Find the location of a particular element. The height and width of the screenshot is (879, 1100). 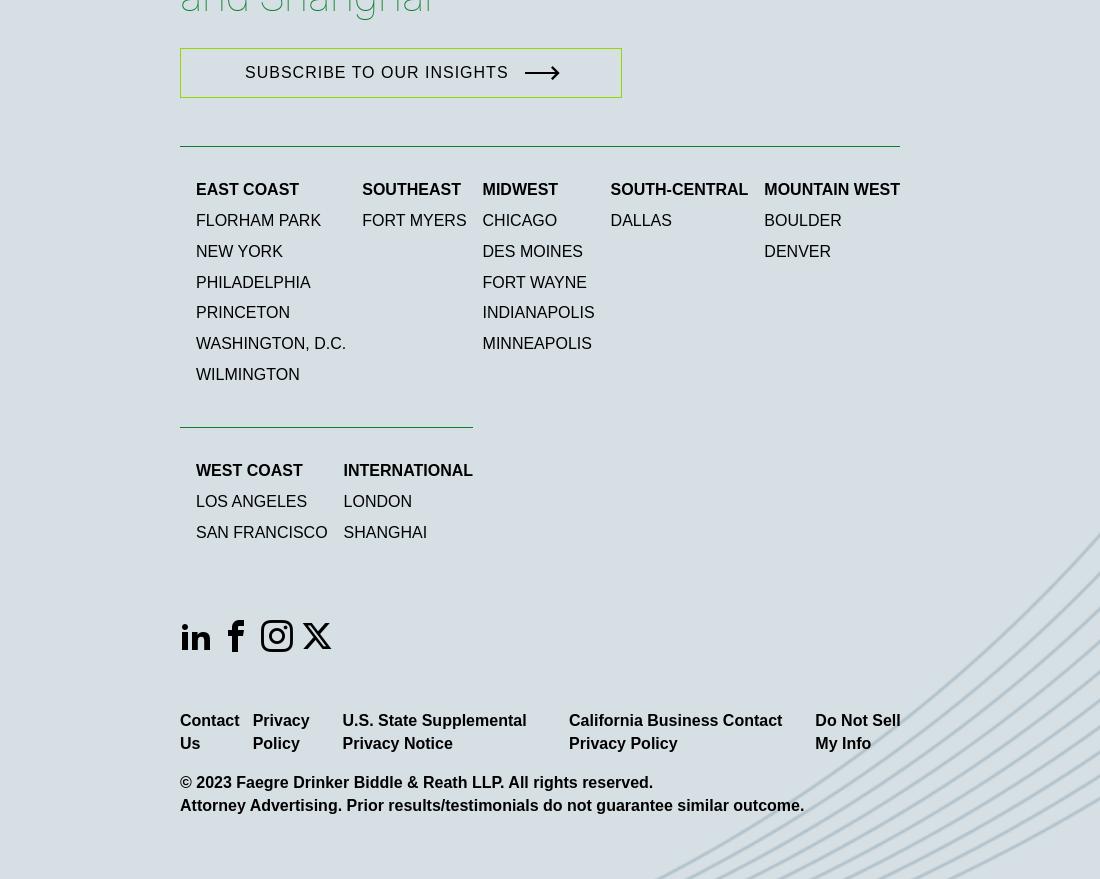

'Los Angeles' is located at coordinates (251, 499).